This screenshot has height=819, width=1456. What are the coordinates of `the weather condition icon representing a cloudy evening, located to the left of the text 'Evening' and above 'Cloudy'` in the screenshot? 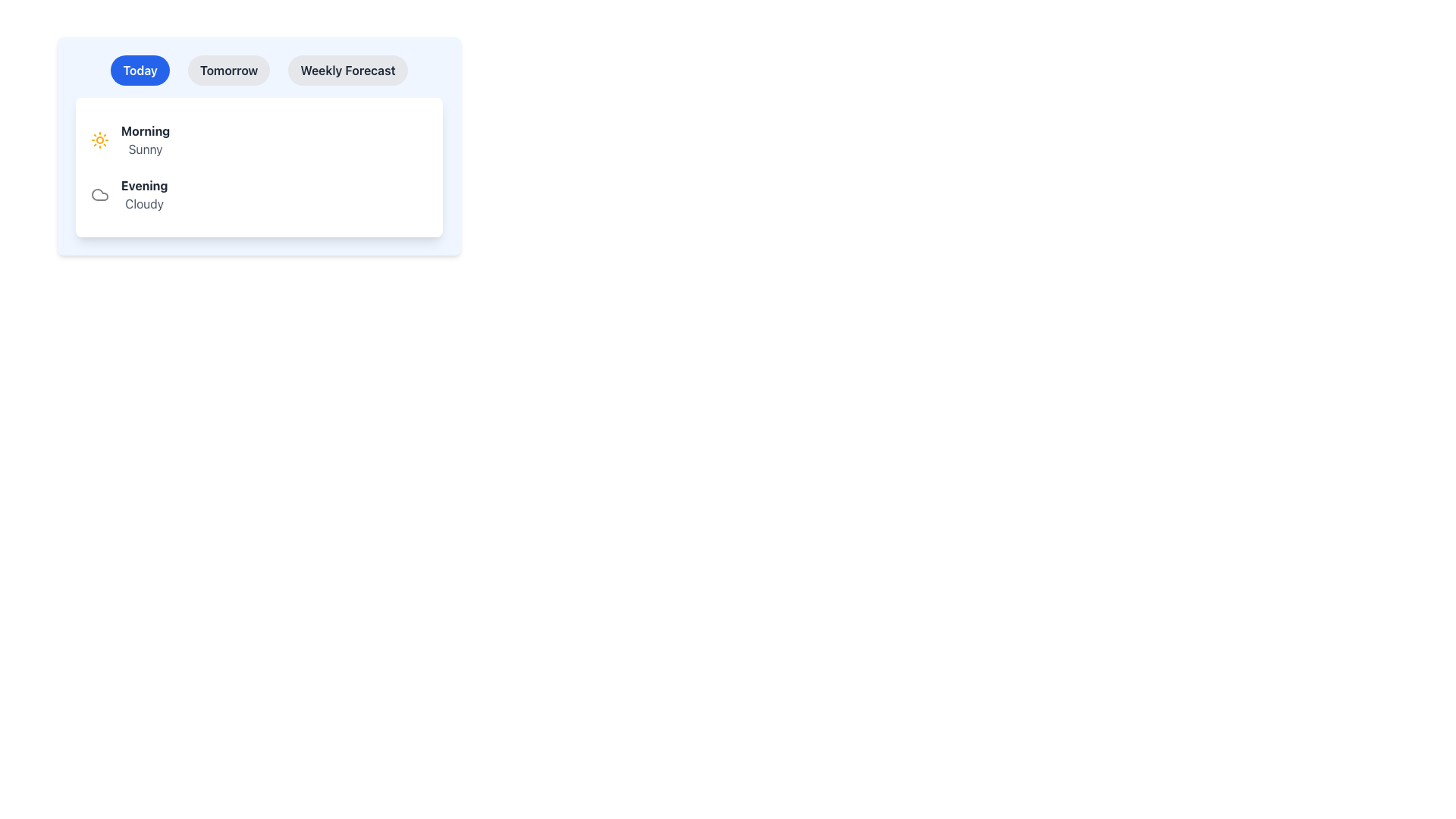 It's located at (99, 194).